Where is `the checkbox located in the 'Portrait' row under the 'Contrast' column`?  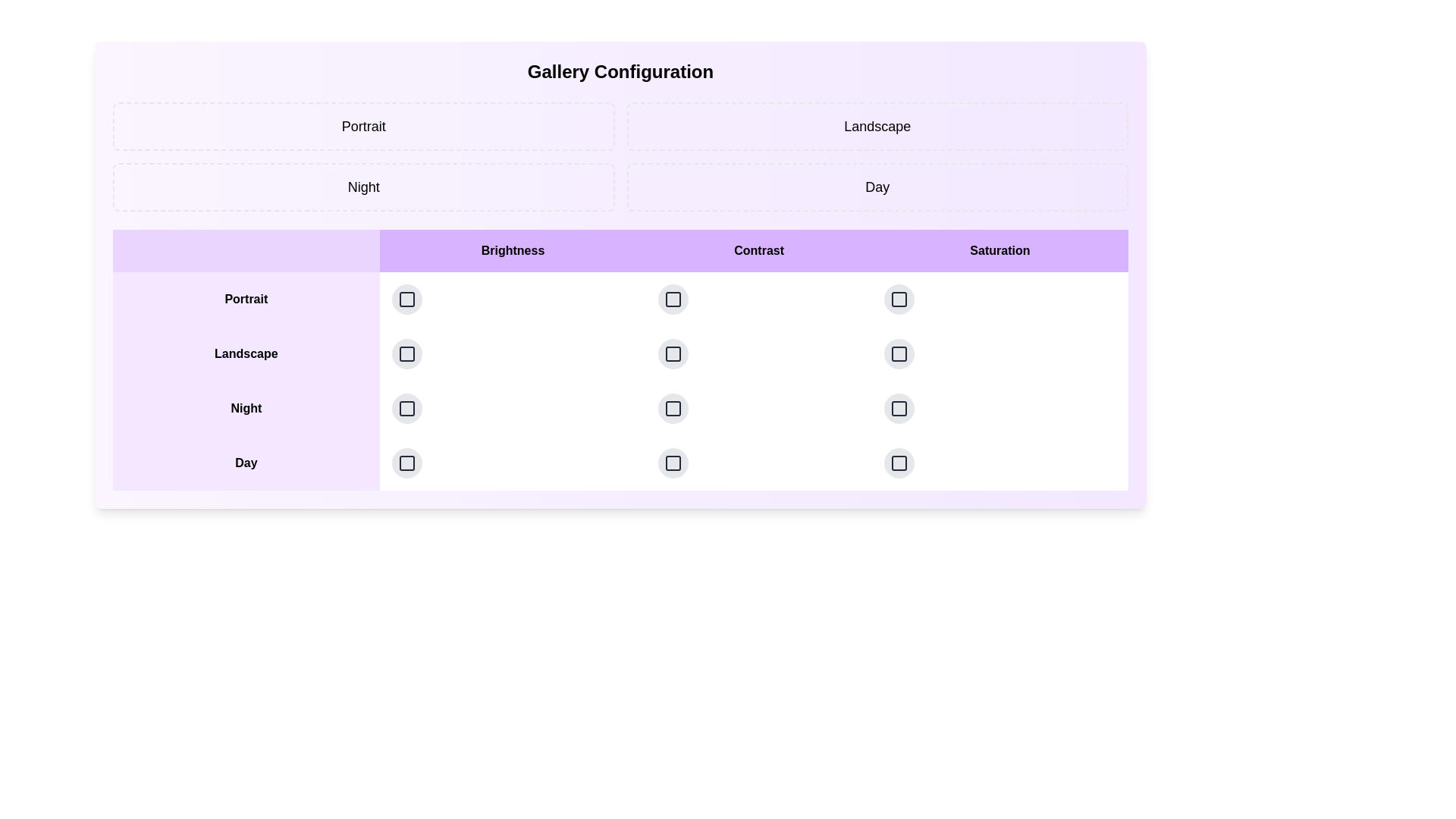
the checkbox located in the 'Portrait' row under the 'Contrast' column is located at coordinates (759, 299).